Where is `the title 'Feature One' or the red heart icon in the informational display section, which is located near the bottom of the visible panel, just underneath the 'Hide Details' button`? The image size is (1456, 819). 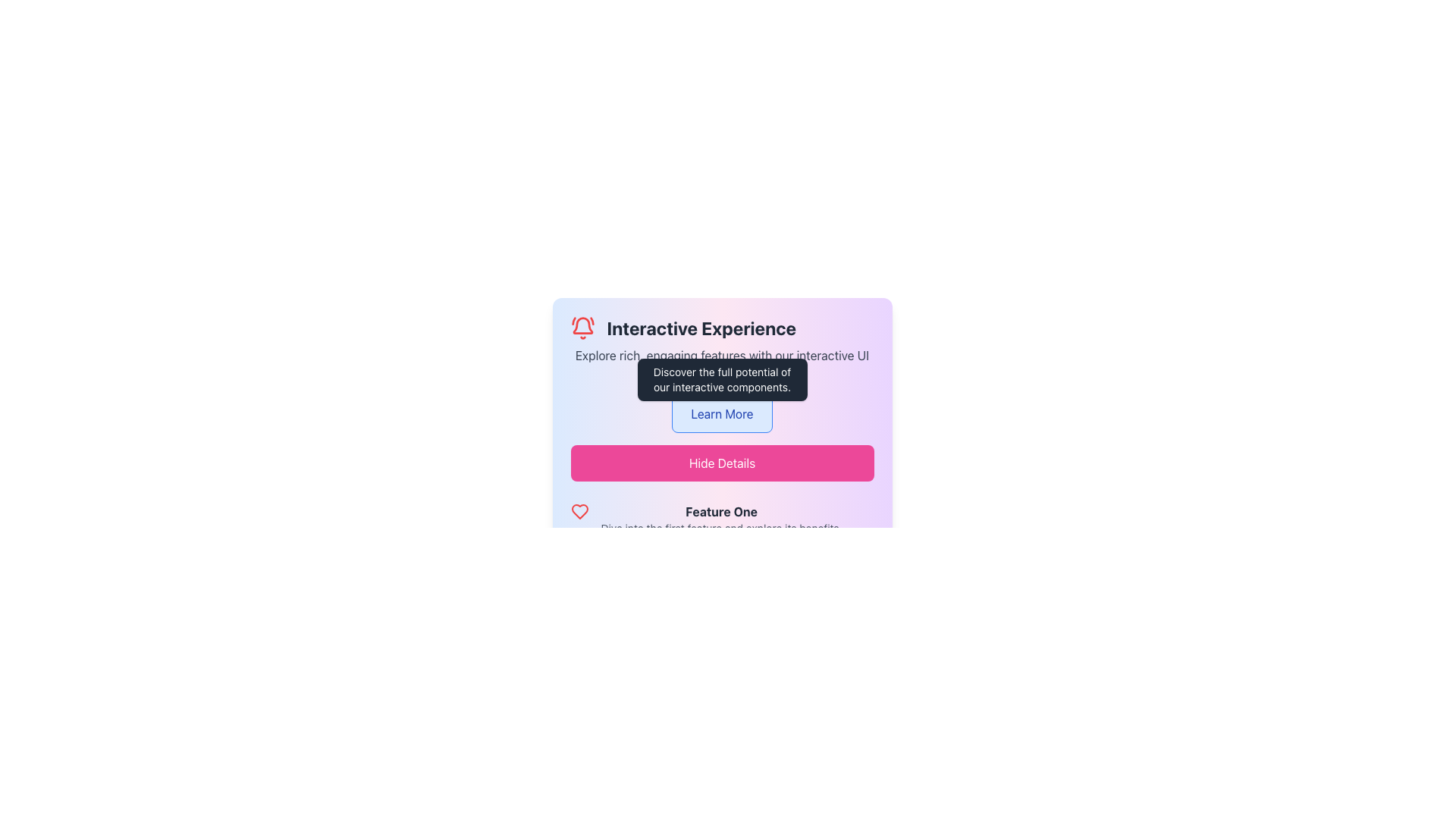 the title 'Feature One' or the red heart icon in the informational display section, which is located near the bottom of the visible panel, just underneath the 'Hide Details' button is located at coordinates (721, 519).